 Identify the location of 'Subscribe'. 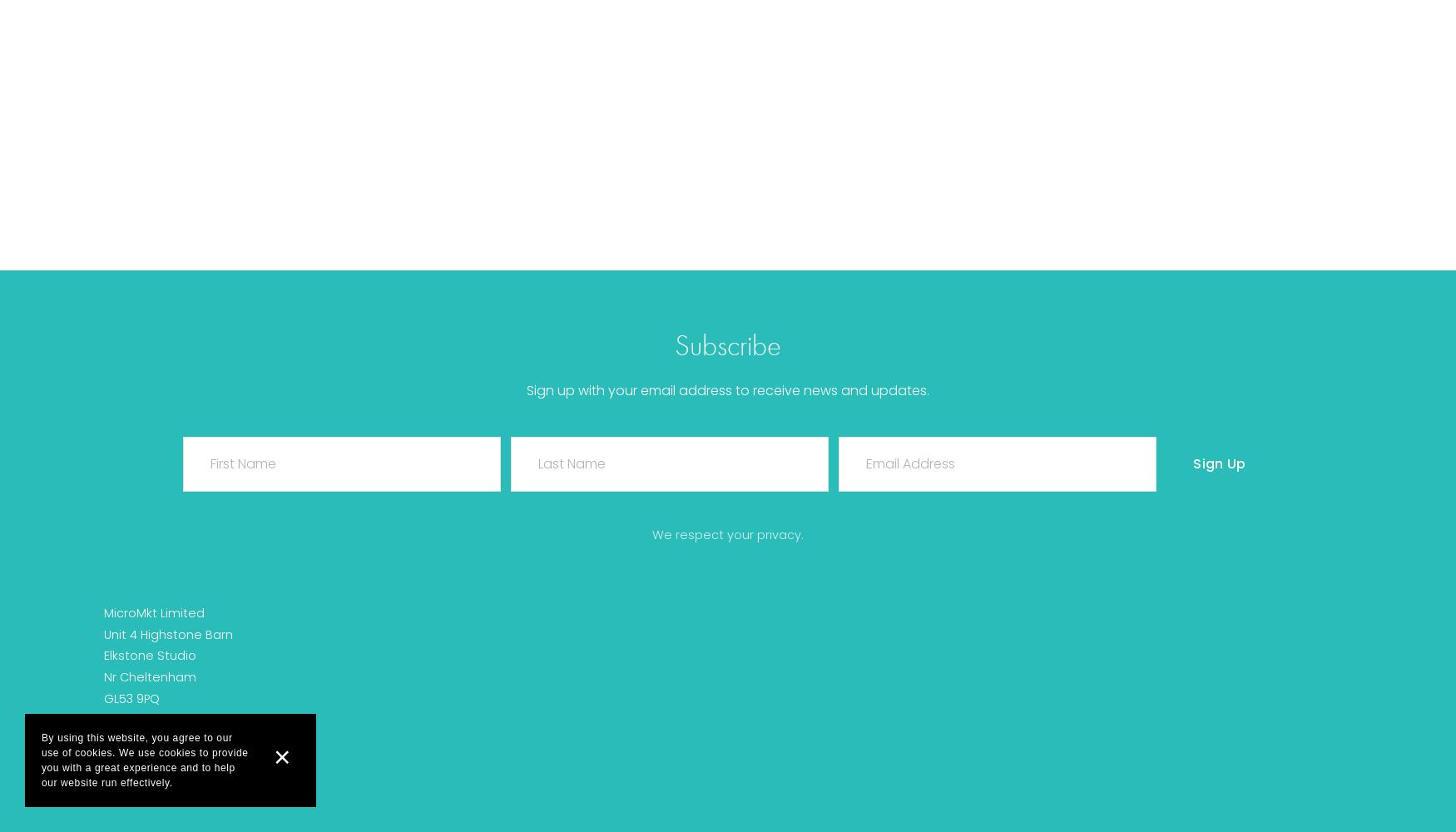
(728, 344).